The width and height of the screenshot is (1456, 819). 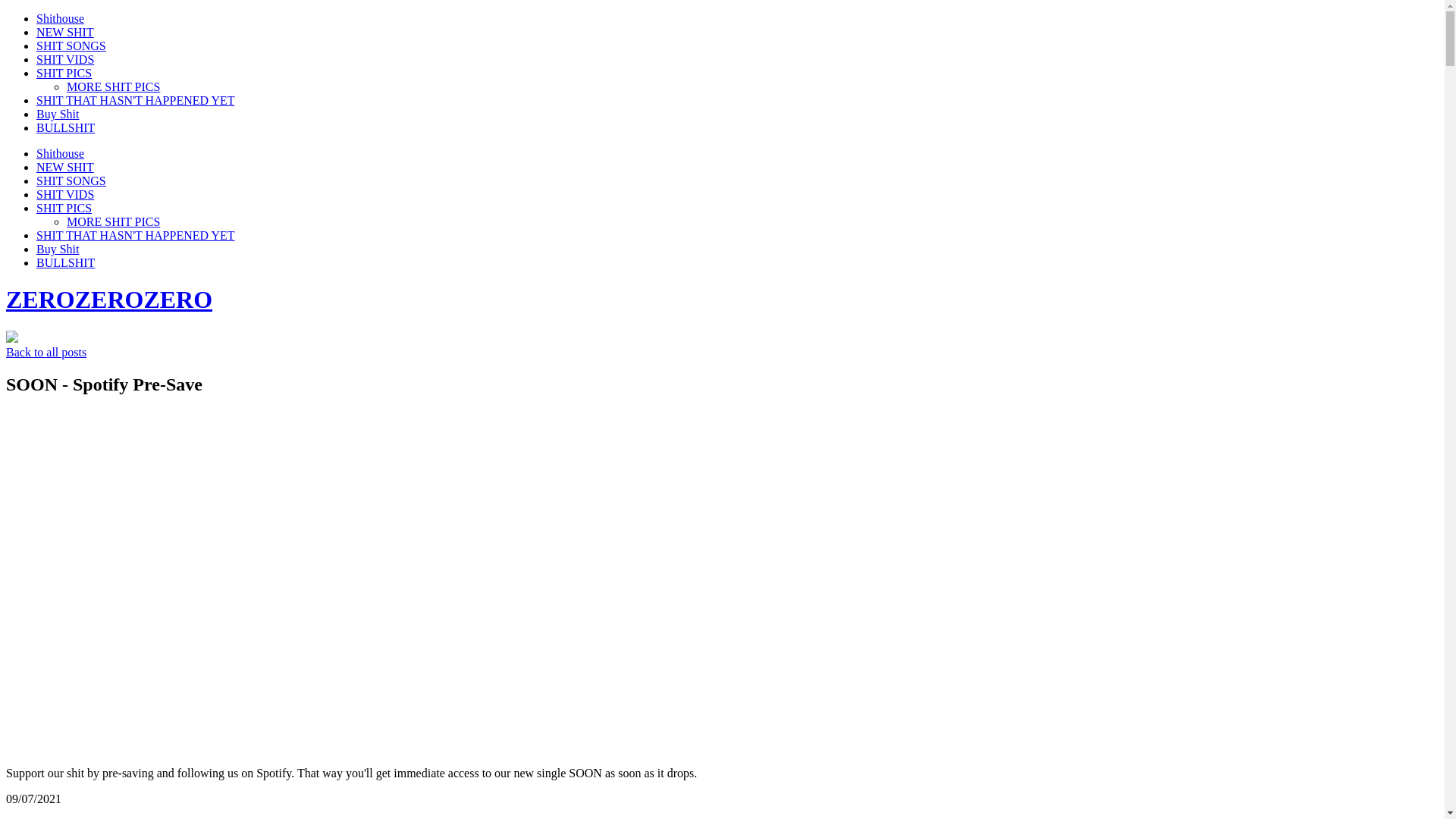 What do you see at coordinates (36, 127) in the screenshot?
I see `'BULLSHIT'` at bounding box center [36, 127].